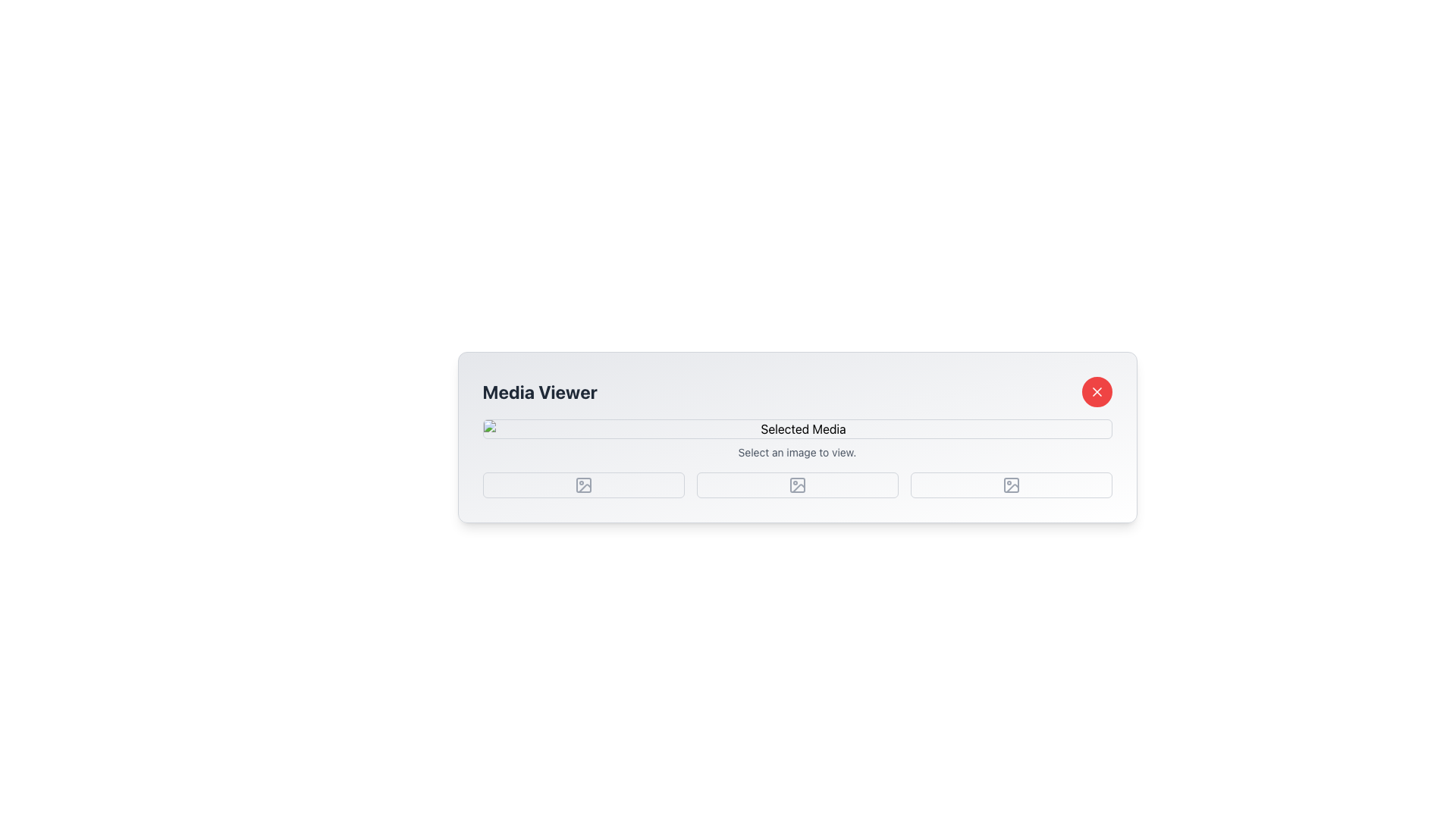 The width and height of the screenshot is (1456, 819). What do you see at coordinates (1097, 391) in the screenshot?
I see `the close or dismiss button located at the upper-right corner of the 'Media Viewer' interface via keyboard navigation` at bounding box center [1097, 391].